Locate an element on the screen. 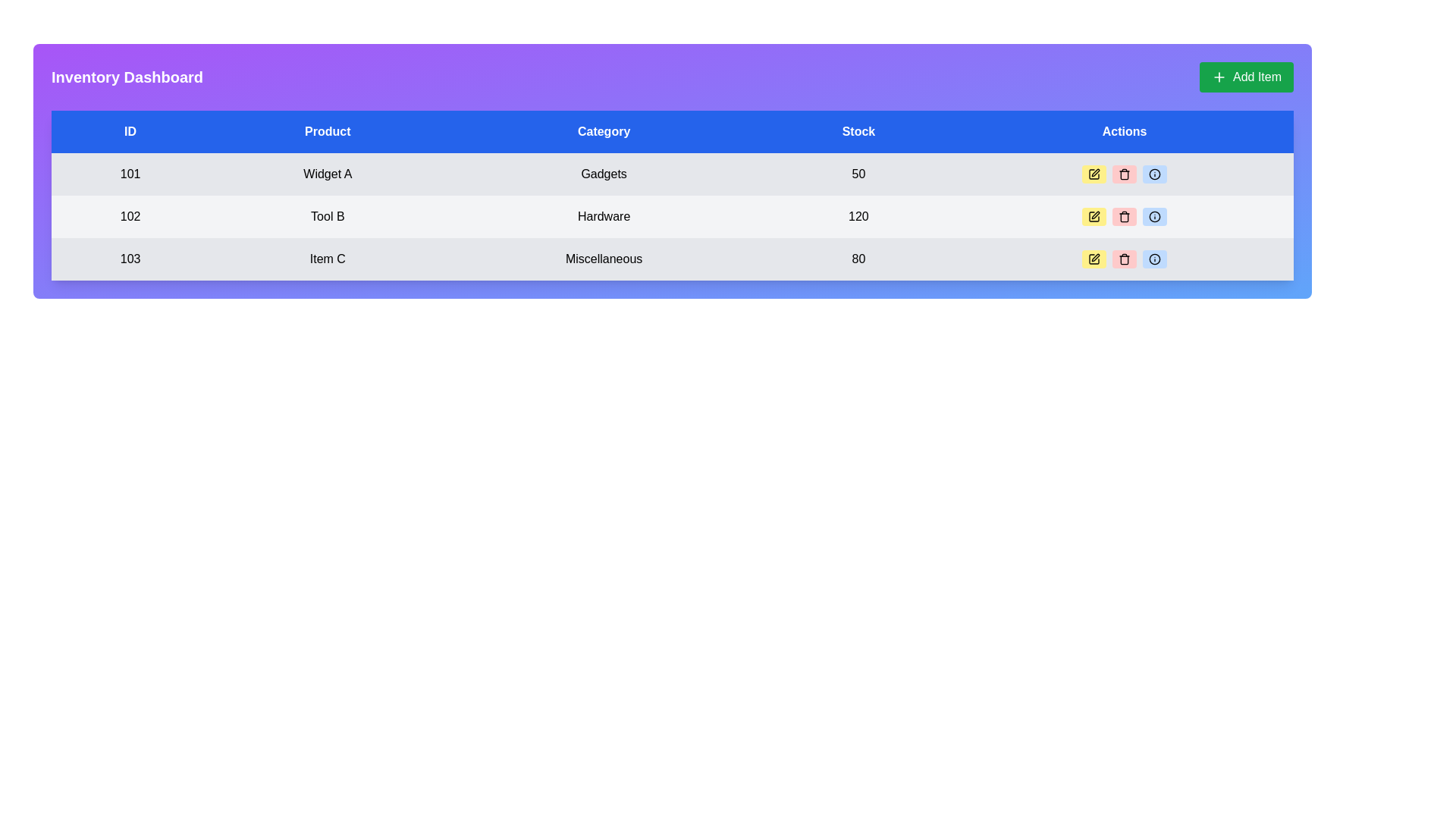 Image resolution: width=1456 pixels, height=819 pixels. the non-interactive text label indicating the product name, located in the second column of the first data row under the 'Product' header is located at coordinates (327, 174).